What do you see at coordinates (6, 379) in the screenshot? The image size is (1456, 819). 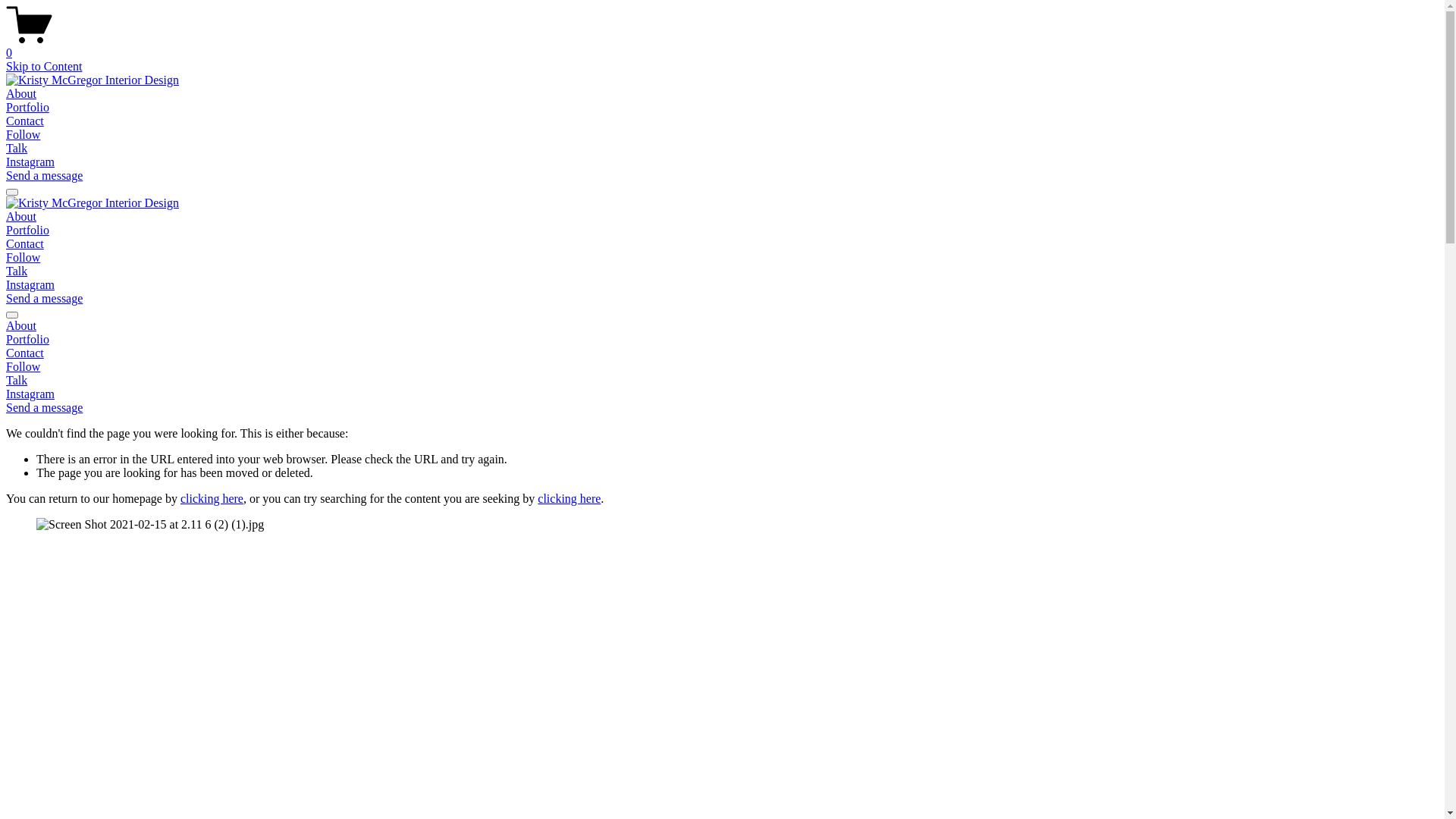 I see `'Talk'` at bounding box center [6, 379].